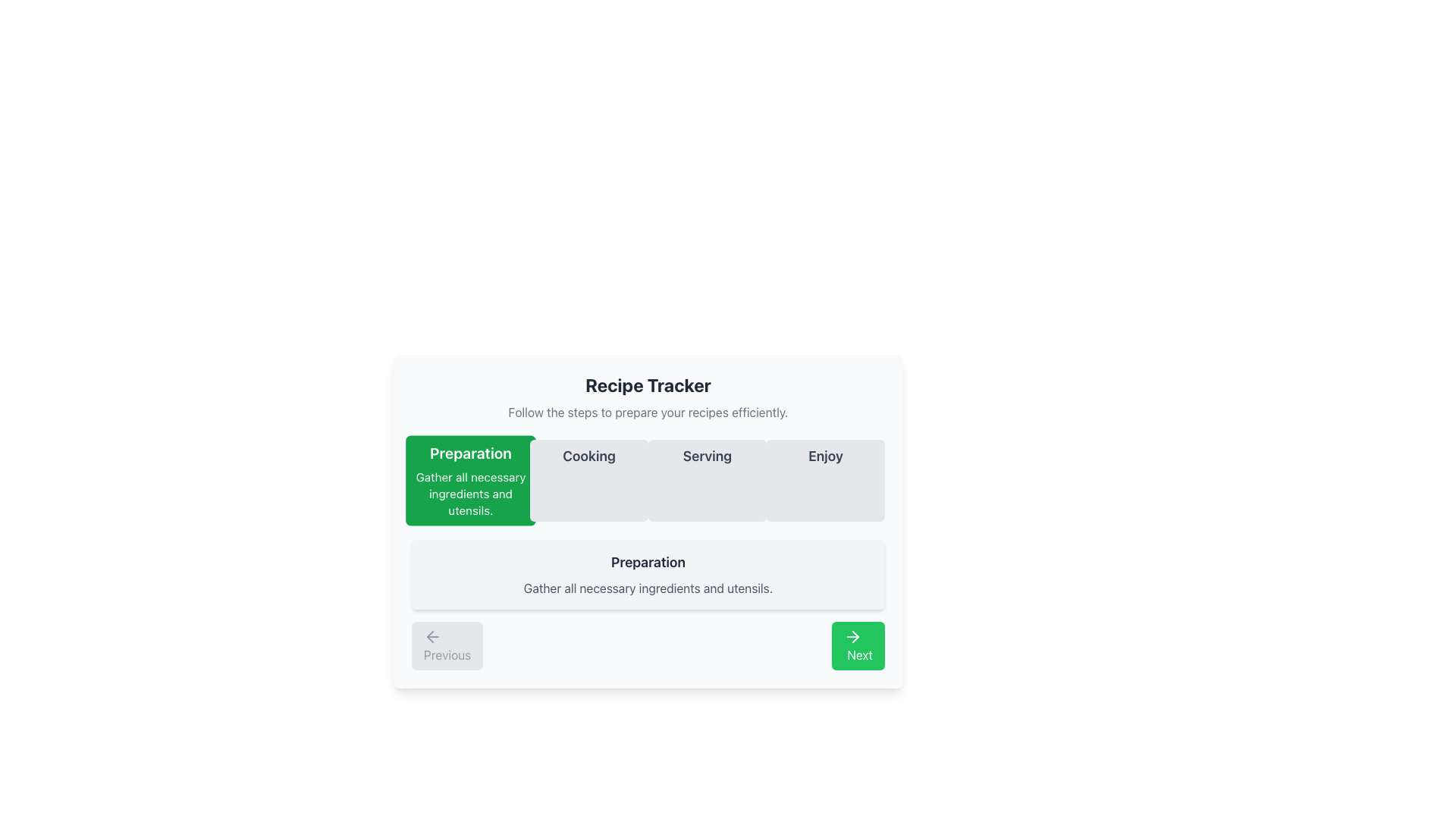 This screenshot has height=819, width=1456. I want to click on the left arrow icon located on the 'Previous' button, so click(432, 637).